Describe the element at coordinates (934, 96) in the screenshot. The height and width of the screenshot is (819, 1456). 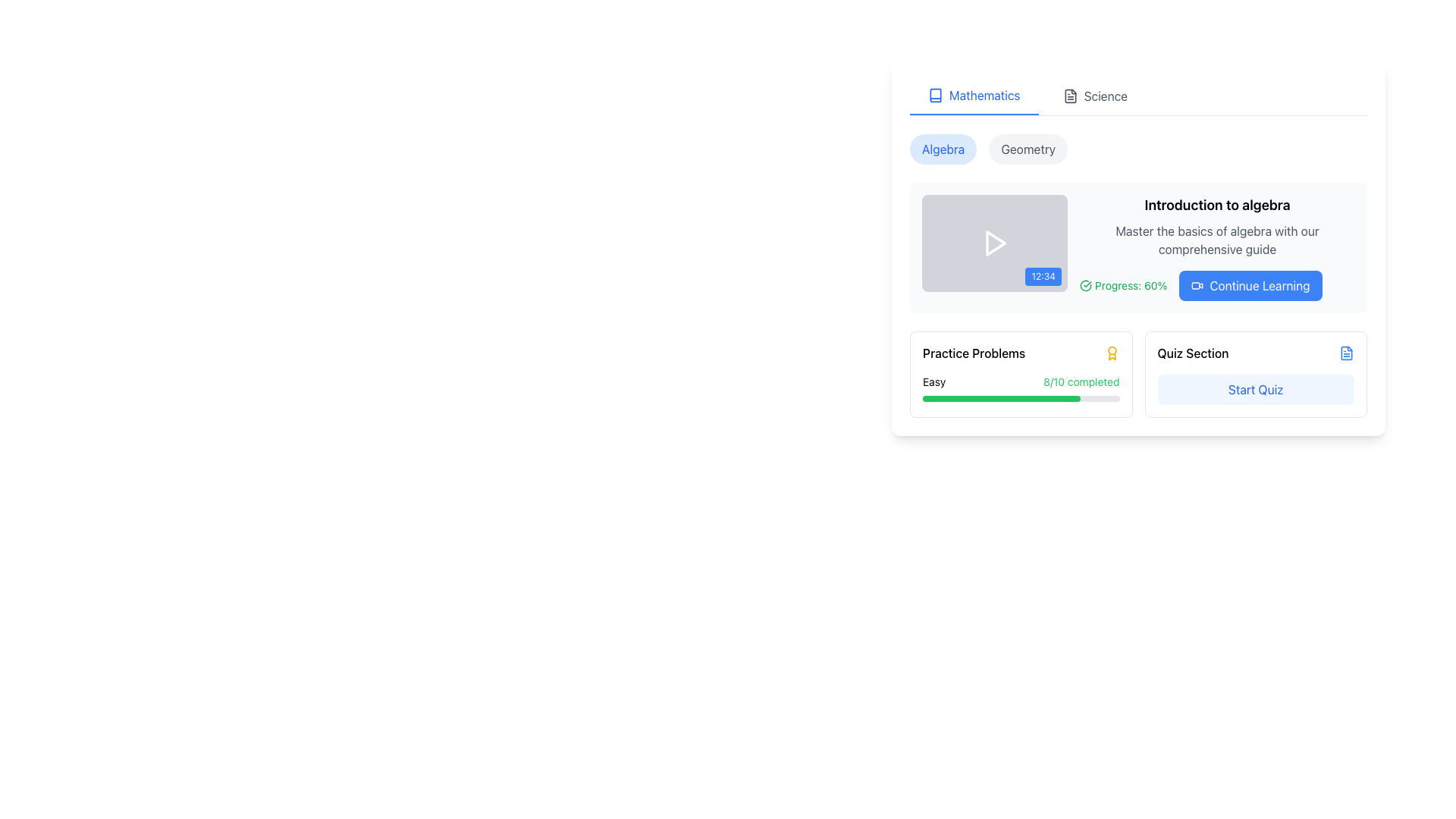
I see `the SVG icon representing the 'Mathematics' category located on the top navigation bar` at that location.